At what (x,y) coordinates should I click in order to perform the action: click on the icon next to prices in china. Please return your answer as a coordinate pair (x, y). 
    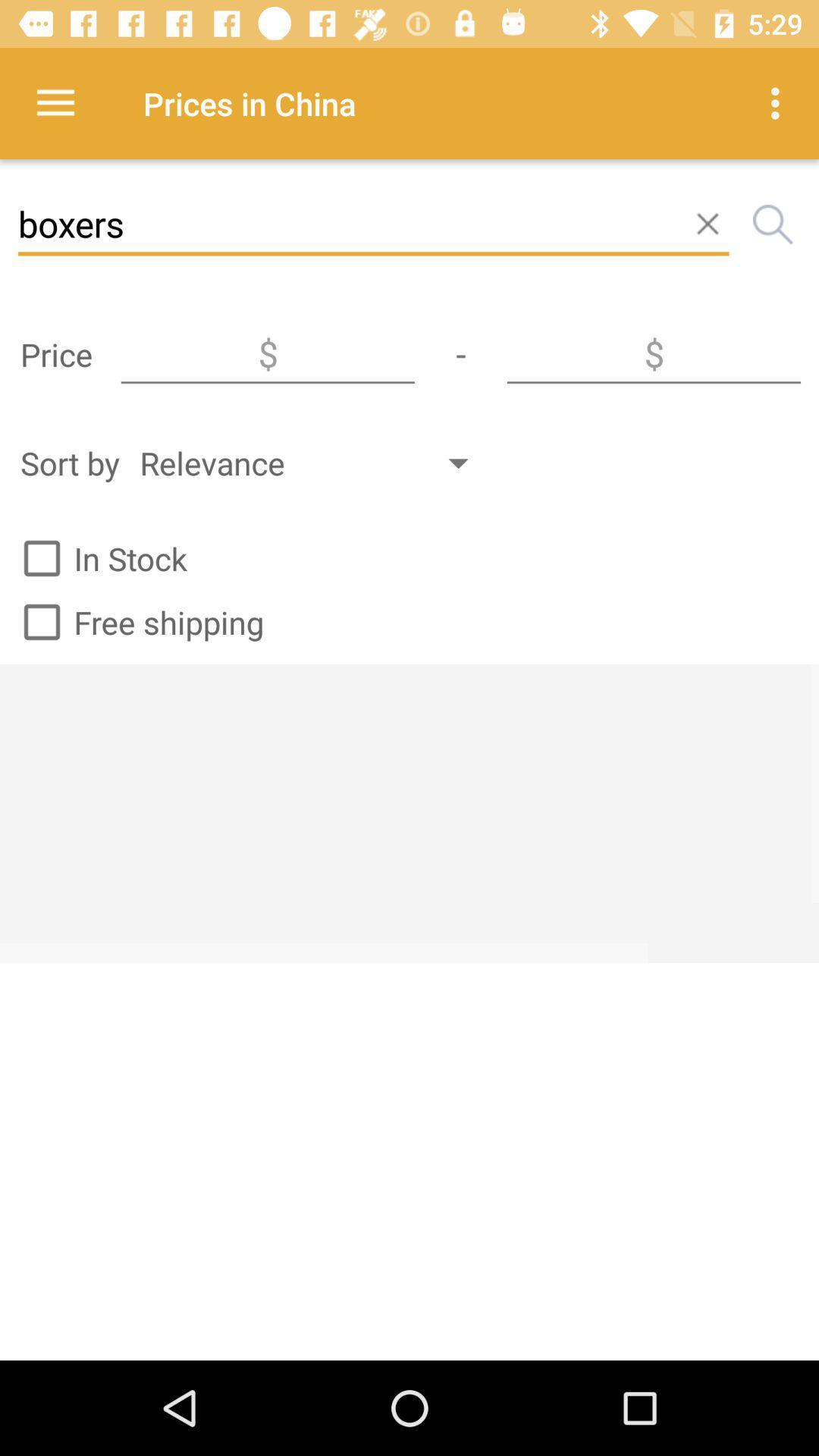
    Looking at the image, I should click on (55, 102).